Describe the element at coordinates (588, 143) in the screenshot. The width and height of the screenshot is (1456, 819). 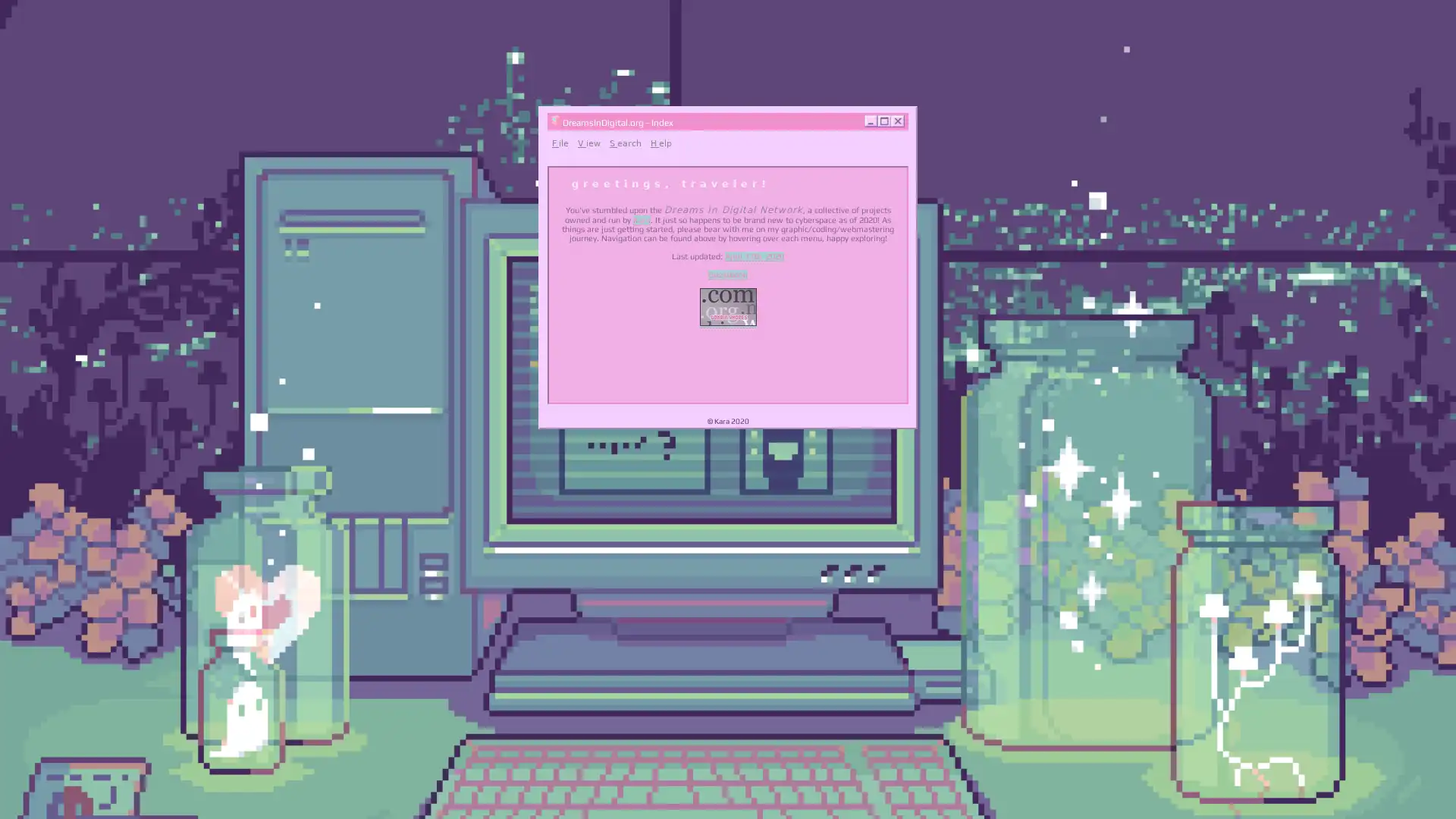
I see `View` at that location.